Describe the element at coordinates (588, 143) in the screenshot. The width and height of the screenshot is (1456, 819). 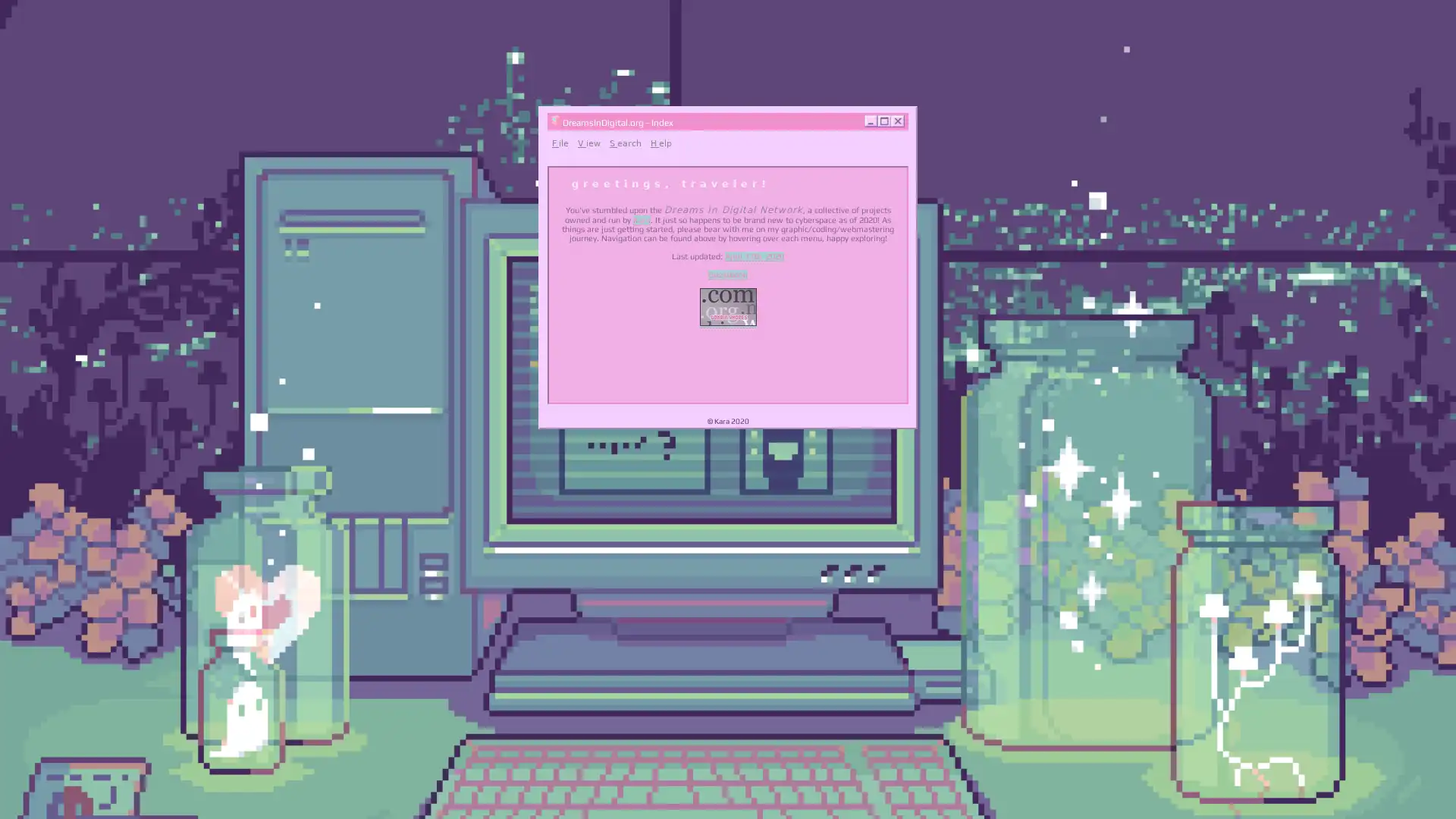
I see `View` at that location.